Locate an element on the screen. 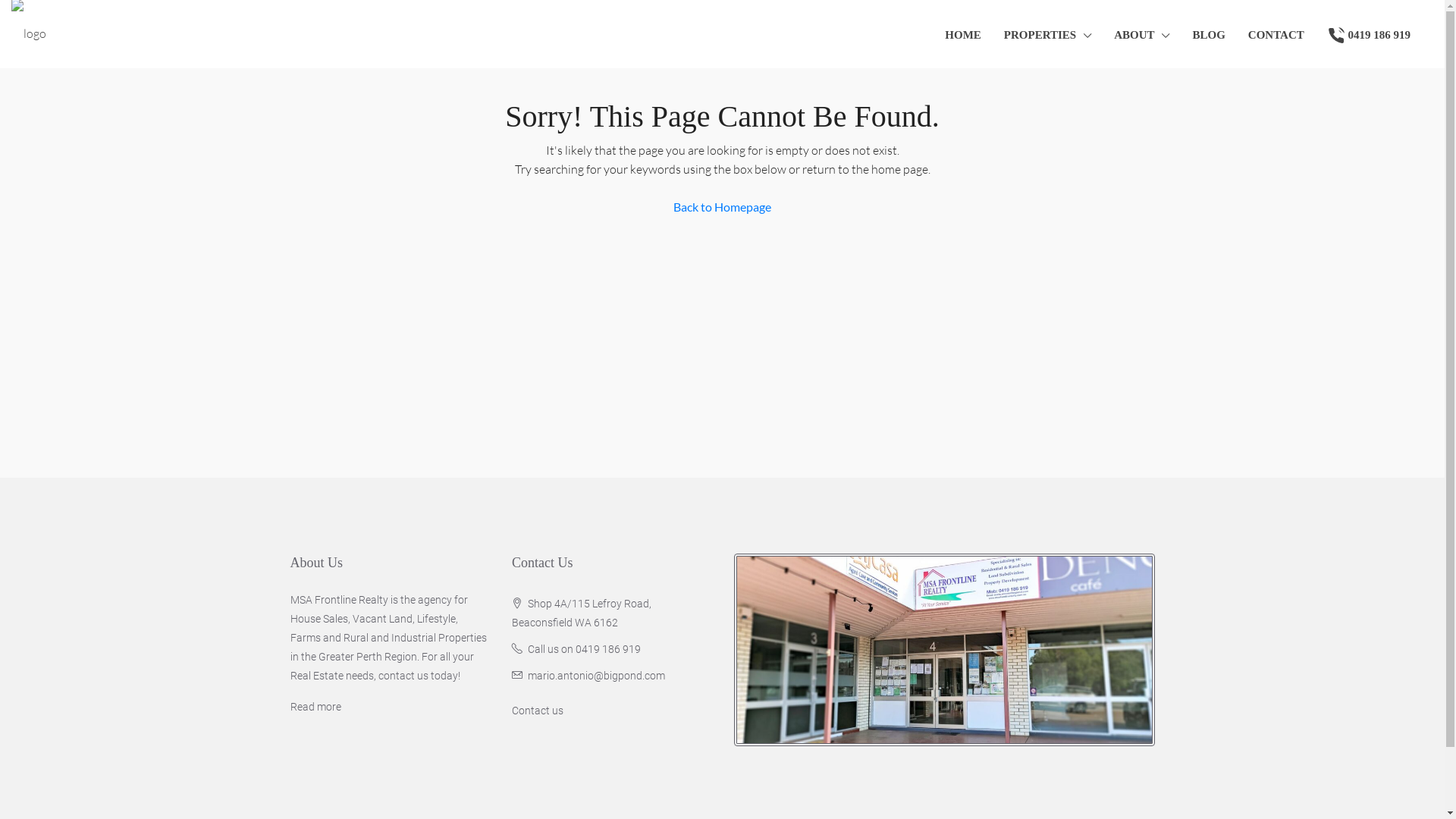  'mario.antonio@bigpond.com' is located at coordinates (595, 675).